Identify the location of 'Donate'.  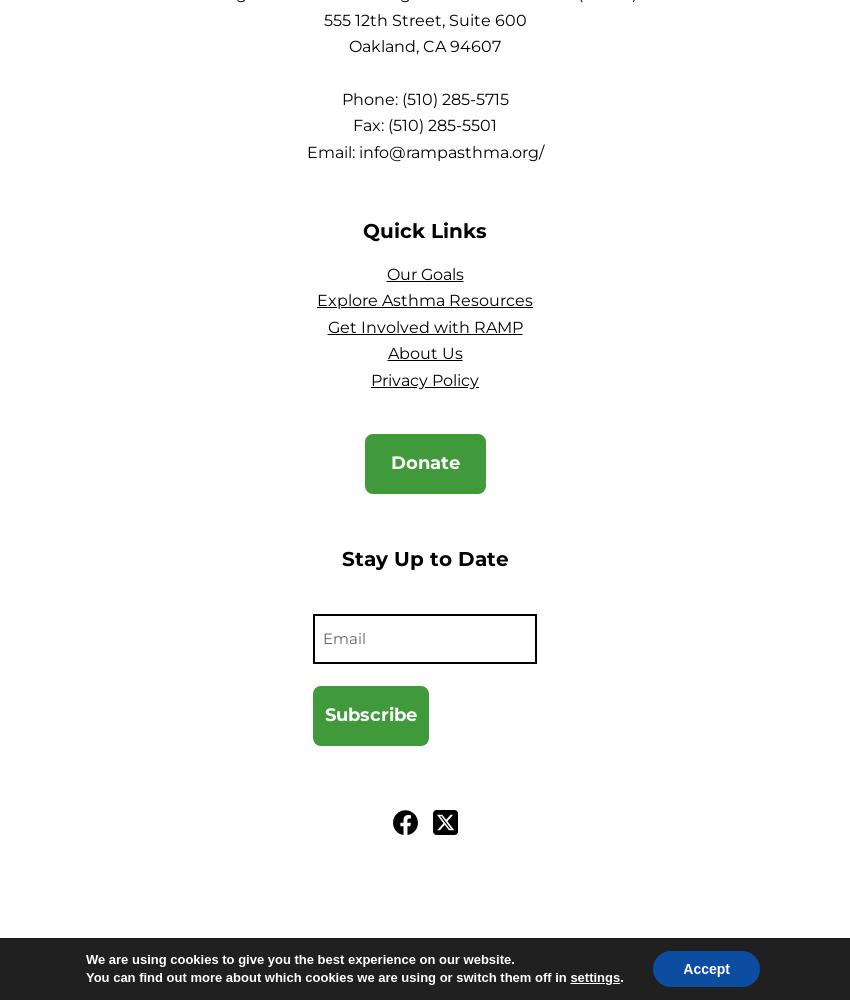
(424, 462).